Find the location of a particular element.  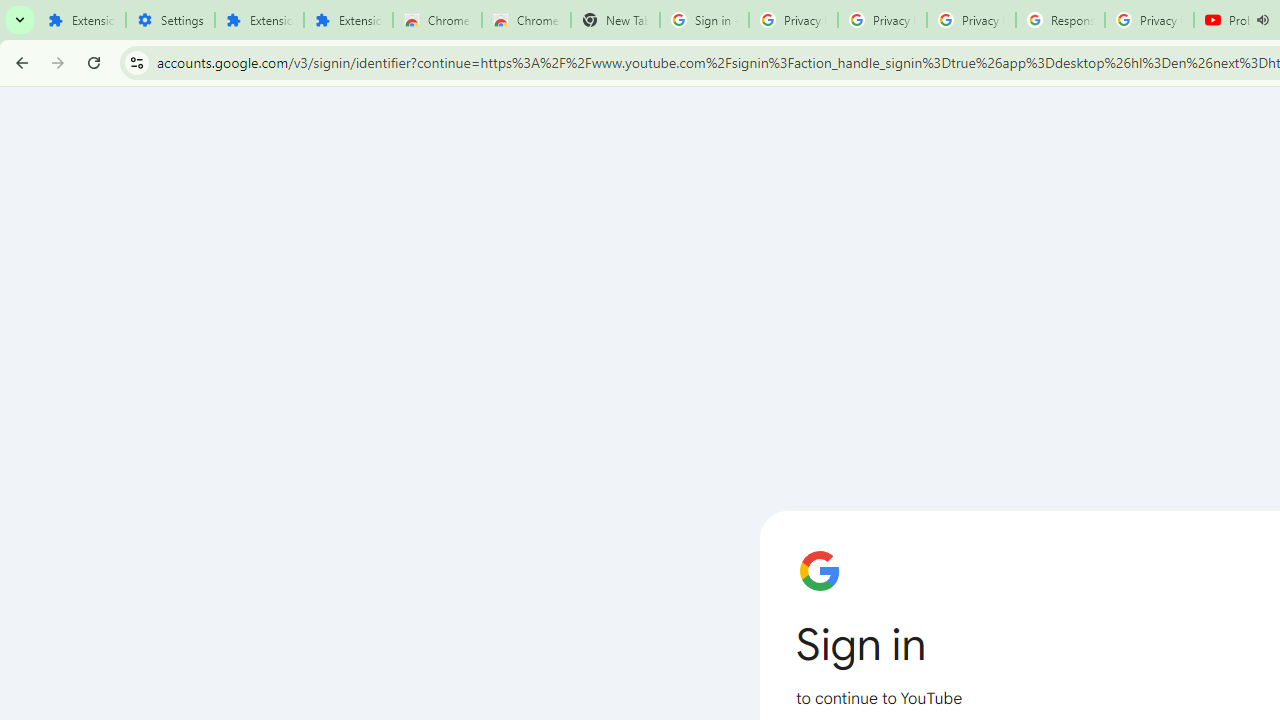

'Chrome Web Store' is located at coordinates (436, 20).